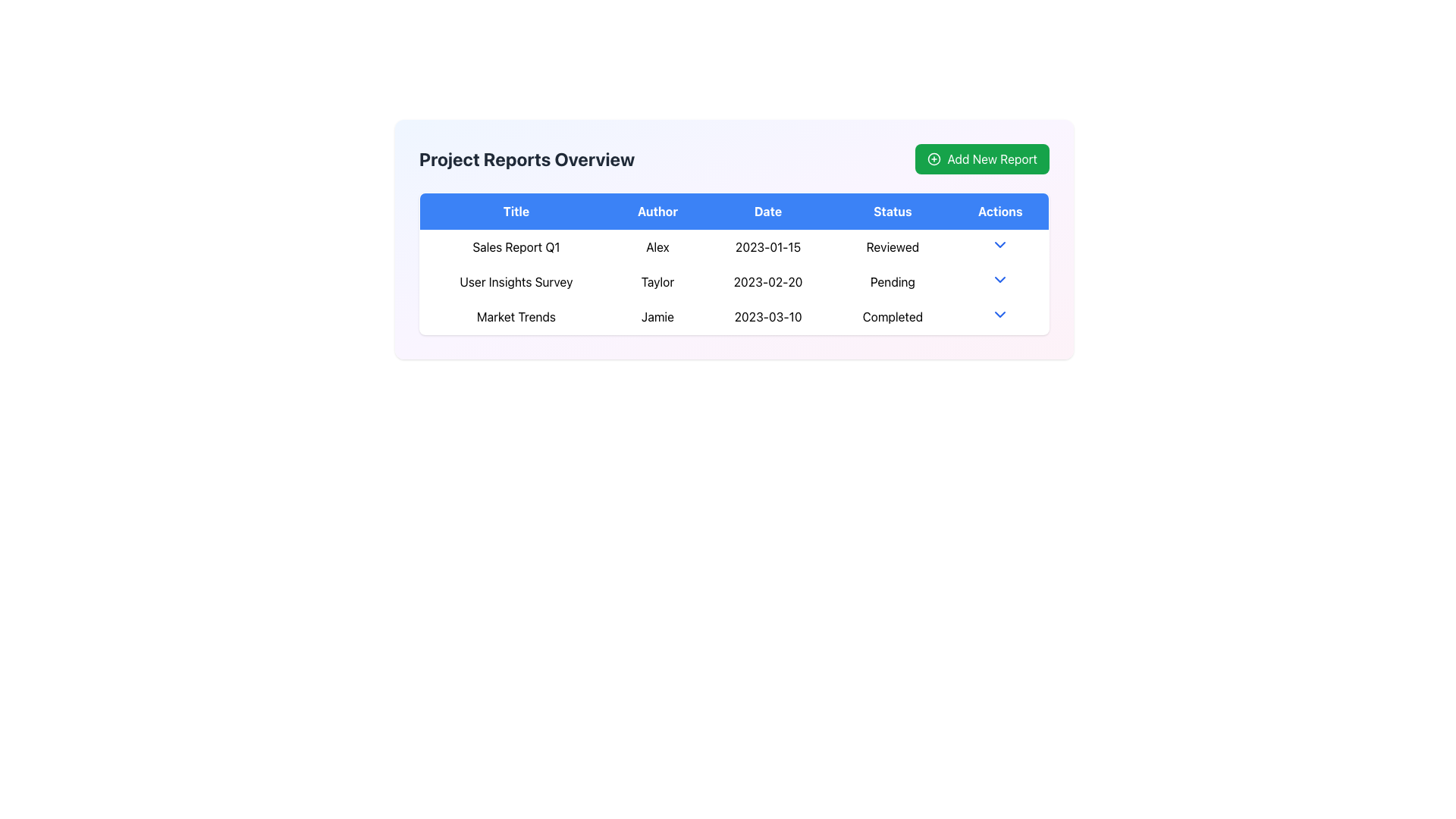  I want to click on the circular '+' icon located to the left of the 'Add New Report' button for visual information, so click(934, 158).